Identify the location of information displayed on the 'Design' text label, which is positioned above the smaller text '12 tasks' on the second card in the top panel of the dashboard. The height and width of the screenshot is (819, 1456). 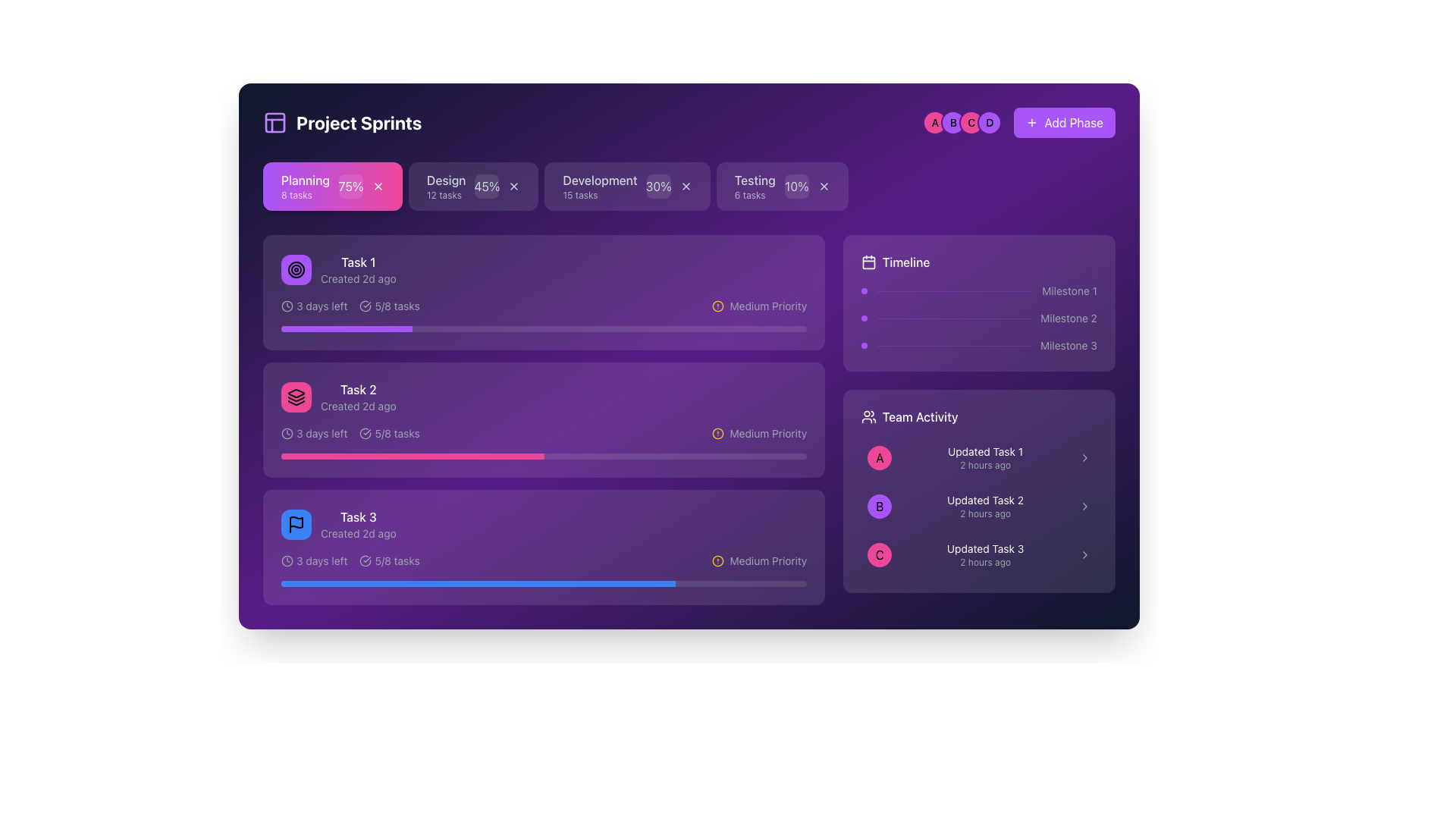
(445, 186).